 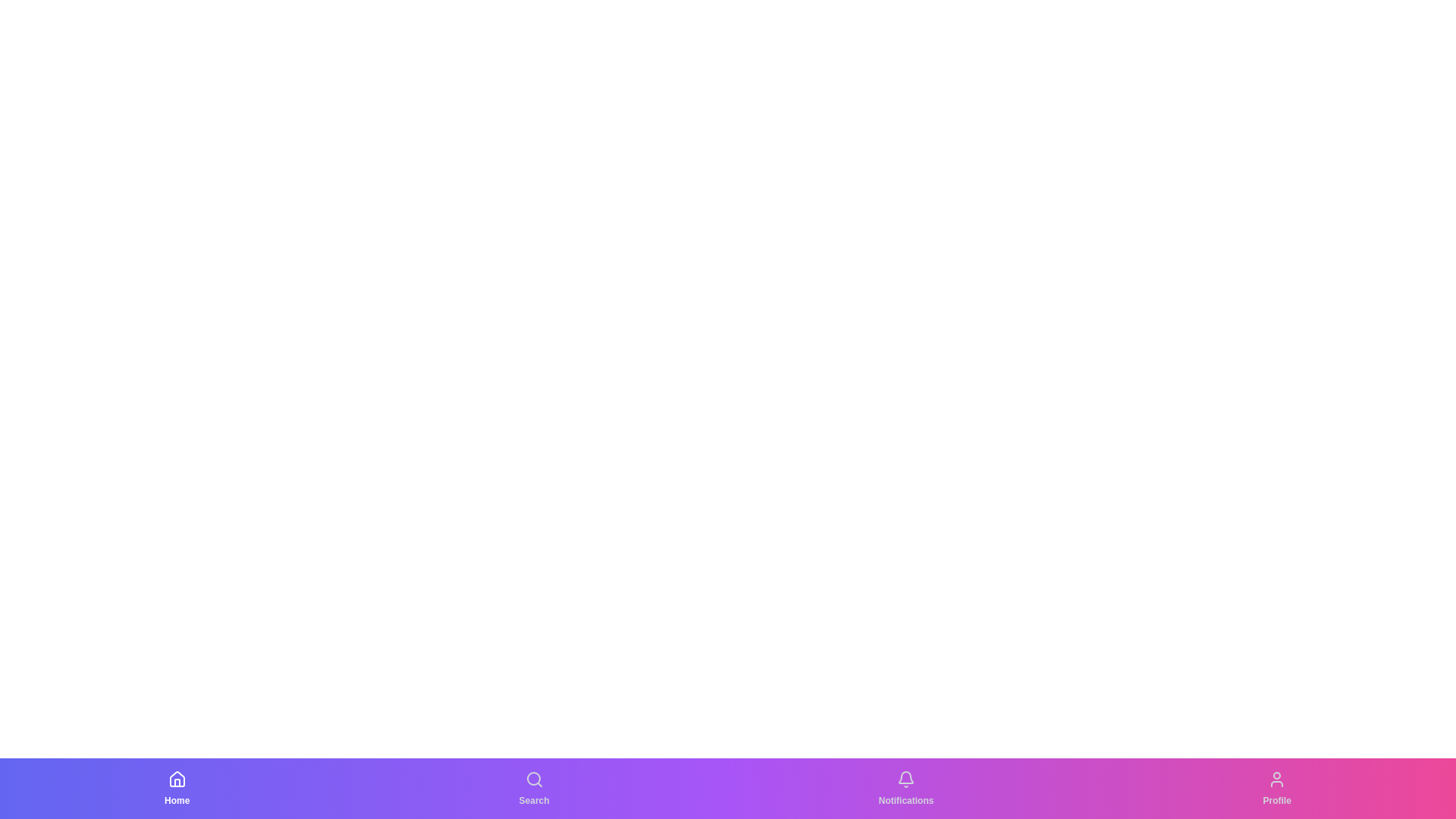 I want to click on the tab labeled Profile to view its tooltip, so click(x=1276, y=788).